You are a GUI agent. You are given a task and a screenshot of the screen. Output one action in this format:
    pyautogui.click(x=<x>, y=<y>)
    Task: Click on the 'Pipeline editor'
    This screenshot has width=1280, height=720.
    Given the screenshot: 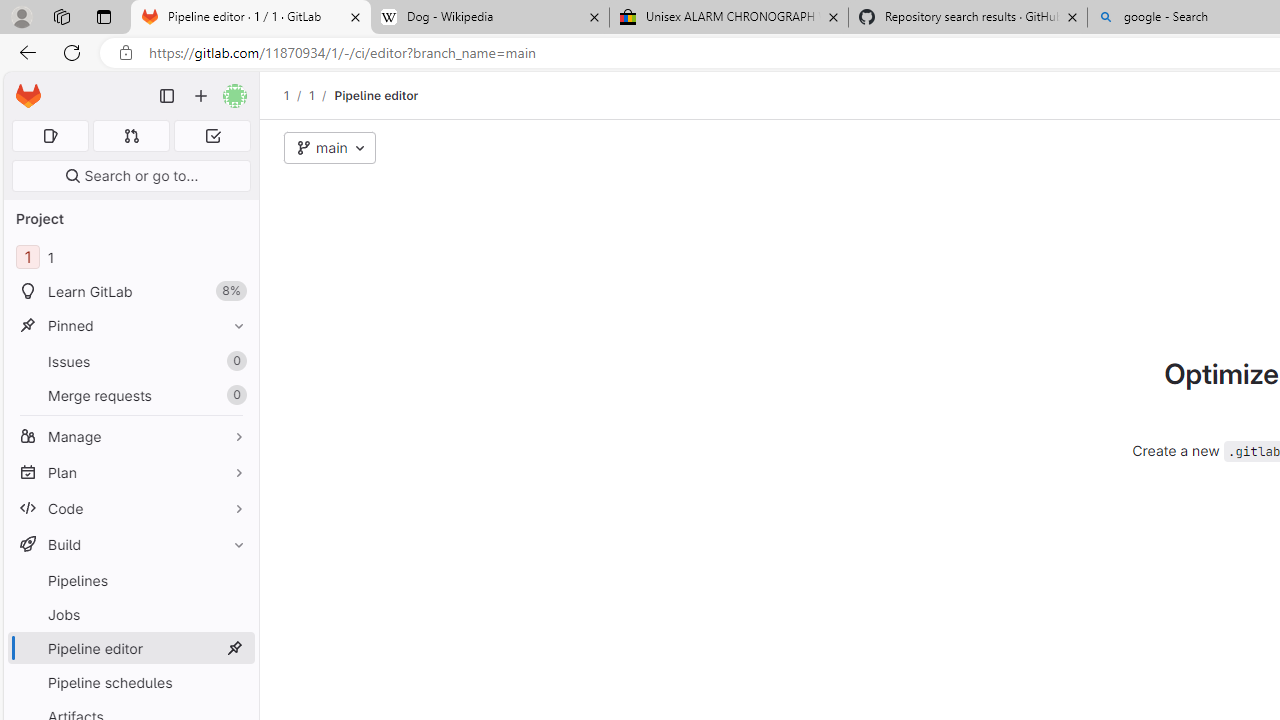 What is the action you would take?
    pyautogui.click(x=376, y=95)
    